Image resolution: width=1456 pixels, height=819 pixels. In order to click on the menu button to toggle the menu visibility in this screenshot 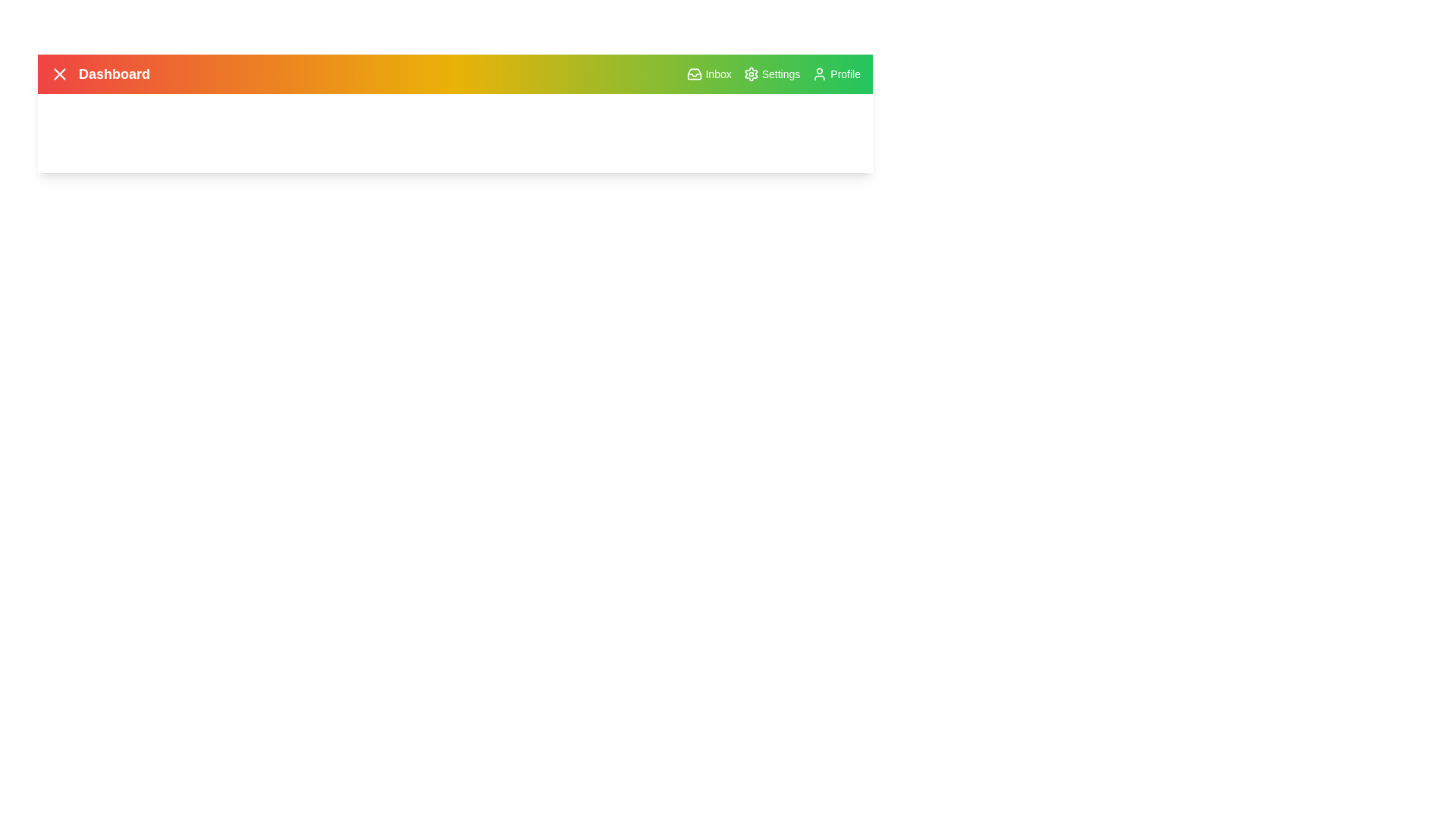, I will do `click(59, 74)`.